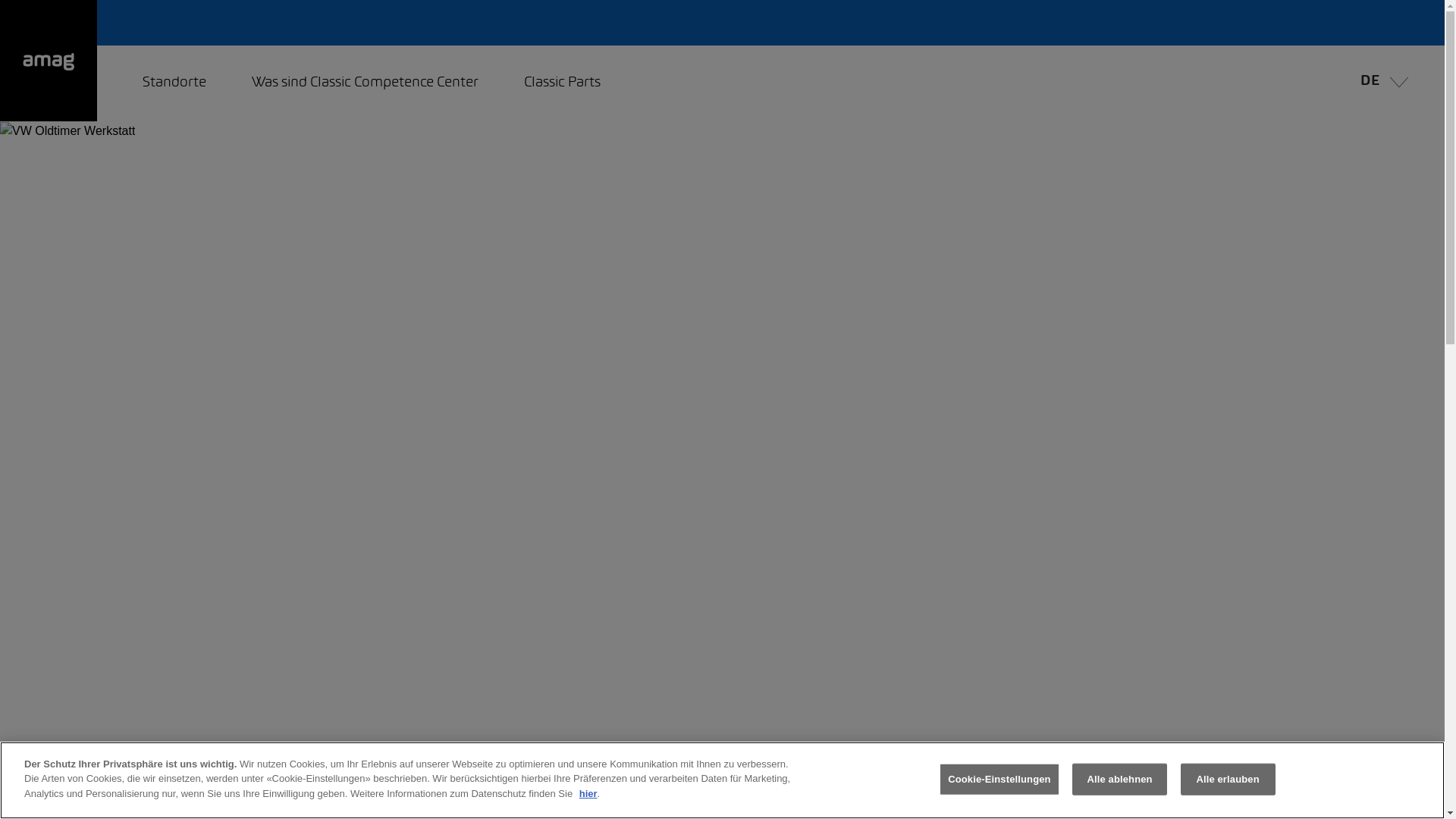 This screenshot has height=819, width=1456. What do you see at coordinates (588, 792) in the screenshot?
I see `'hier'` at bounding box center [588, 792].